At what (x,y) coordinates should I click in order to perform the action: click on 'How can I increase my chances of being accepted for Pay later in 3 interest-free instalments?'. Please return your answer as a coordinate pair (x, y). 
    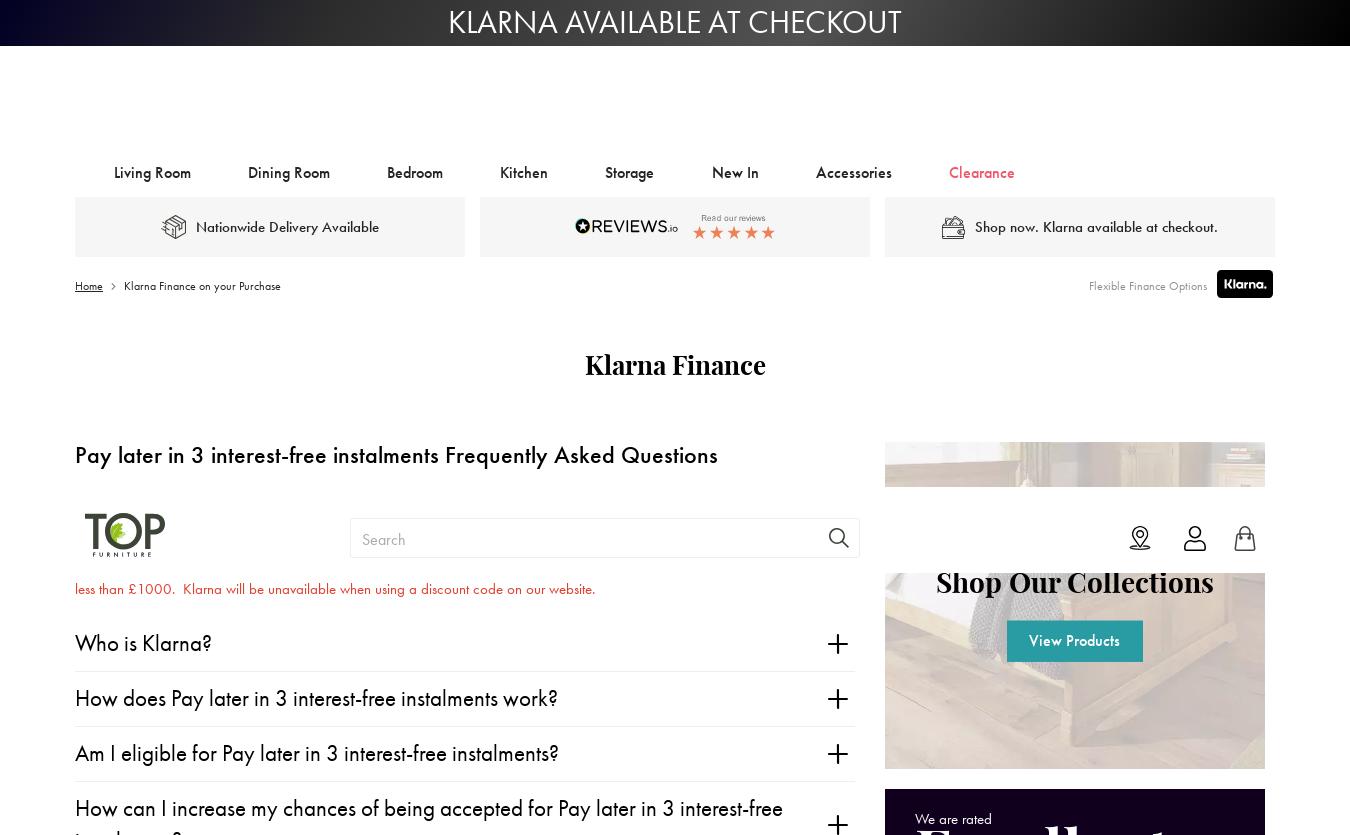
    Looking at the image, I should click on (429, 319).